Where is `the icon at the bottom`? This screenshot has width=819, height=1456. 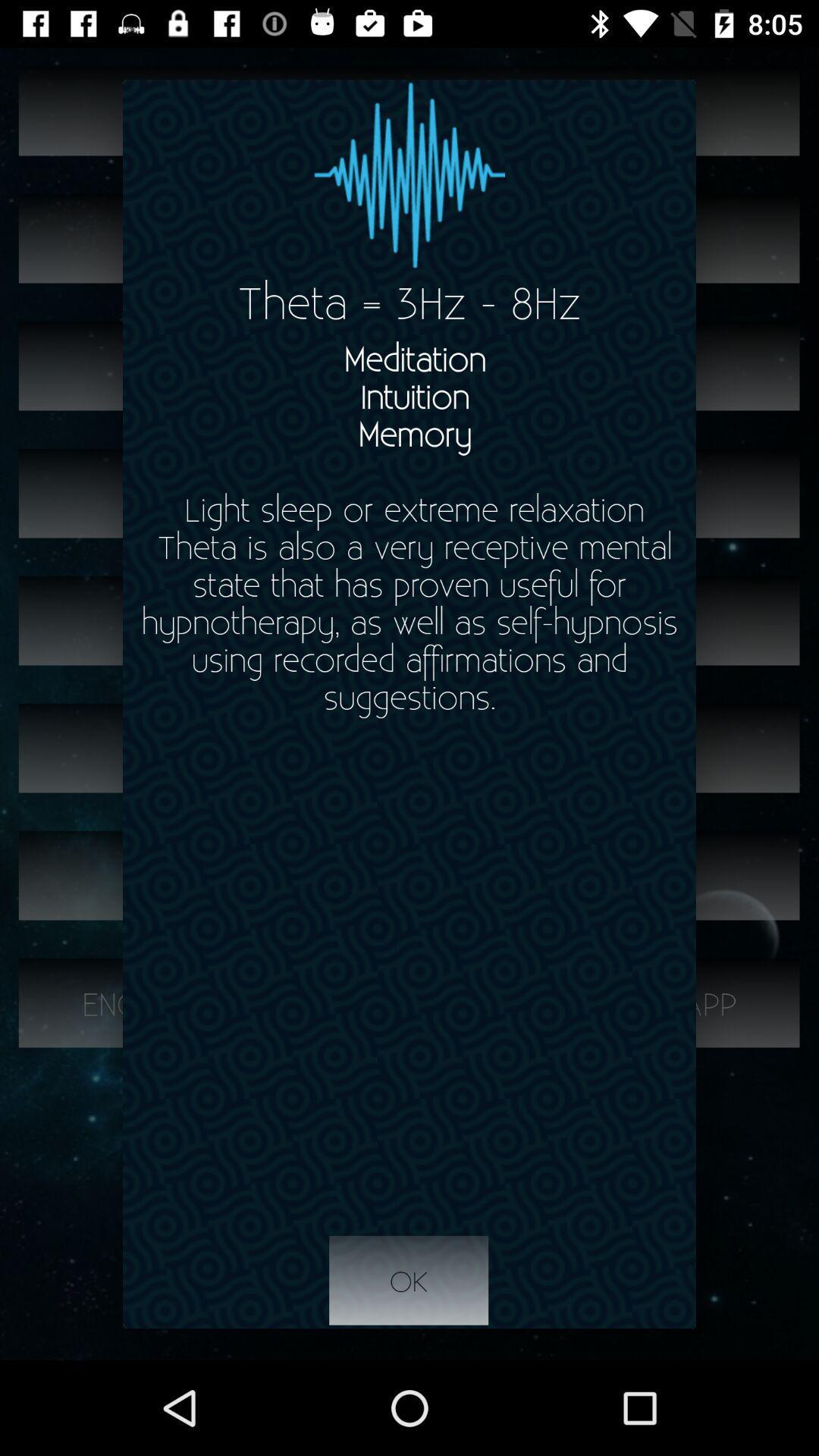 the icon at the bottom is located at coordinates (408, 1280).